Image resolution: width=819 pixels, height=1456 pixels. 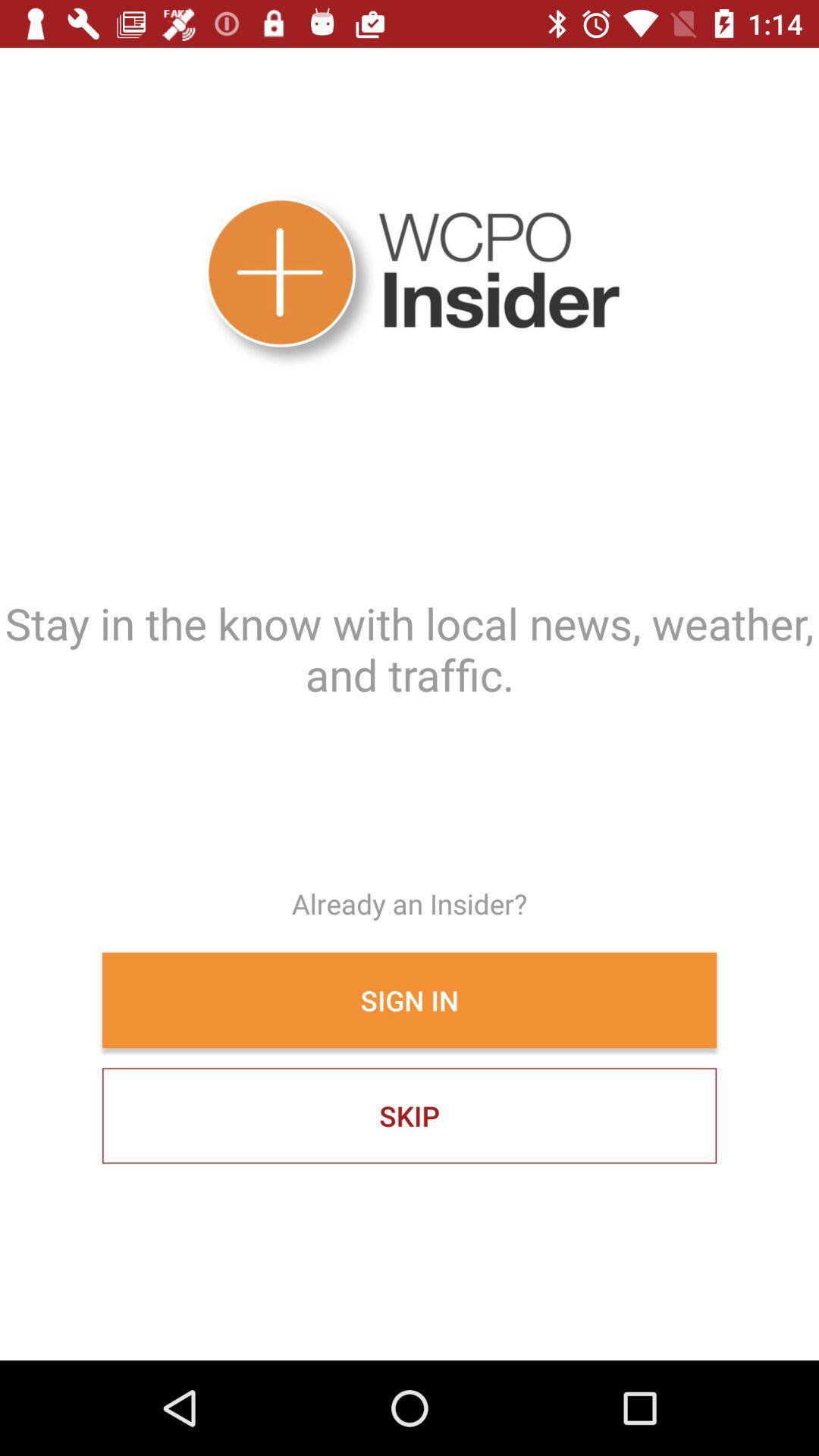 What do you see at coordinates (409, 1000) in the screenshot?
I see `icon above the skip` at bounding box center [409, 1000].